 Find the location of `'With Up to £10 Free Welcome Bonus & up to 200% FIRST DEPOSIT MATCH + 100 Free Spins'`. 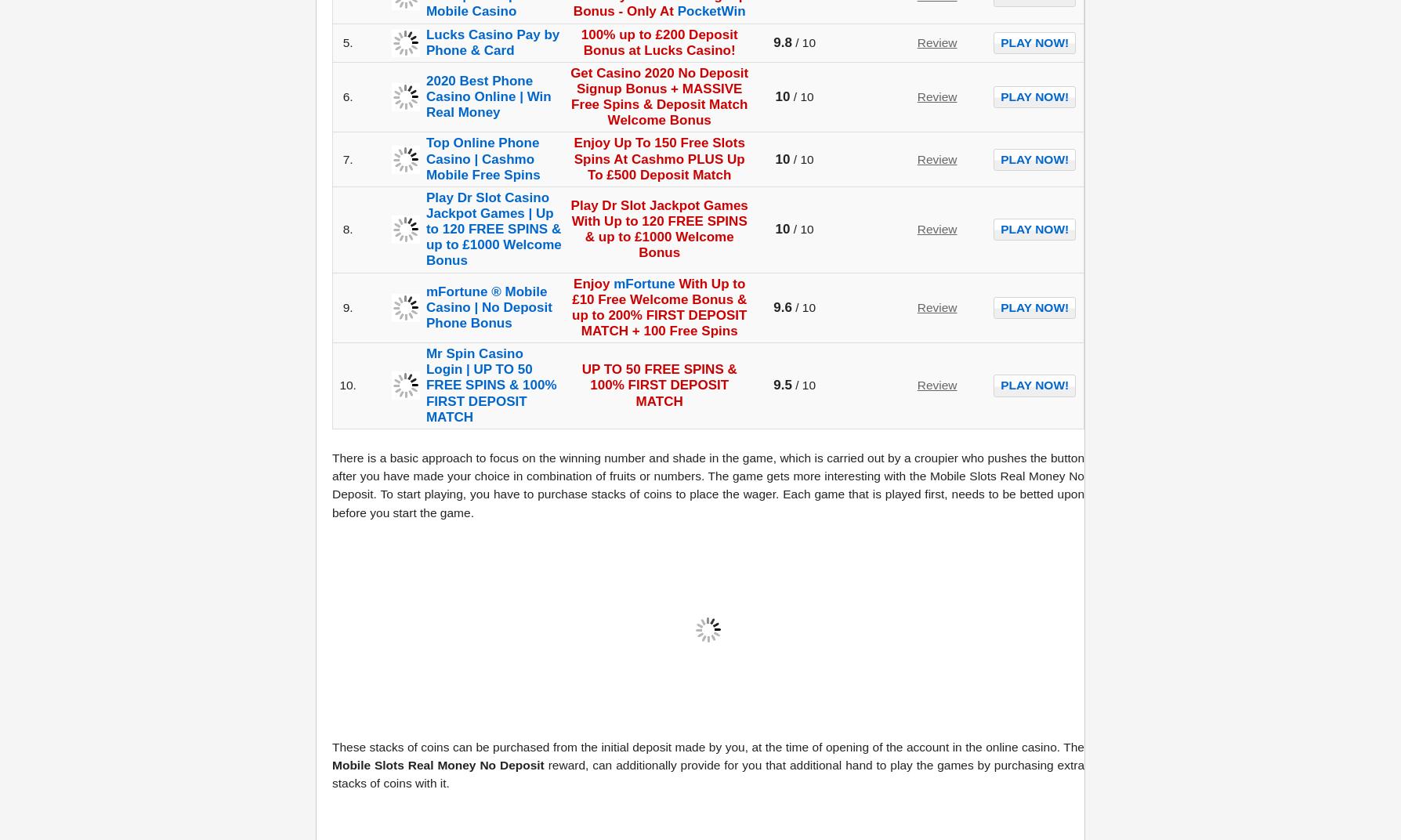

'With Up to £10 Free Welcome Bonus & up to 200% FIRST DEPOSIT MATCH + 100 Free Spins' is located at coordinates (658, 306).